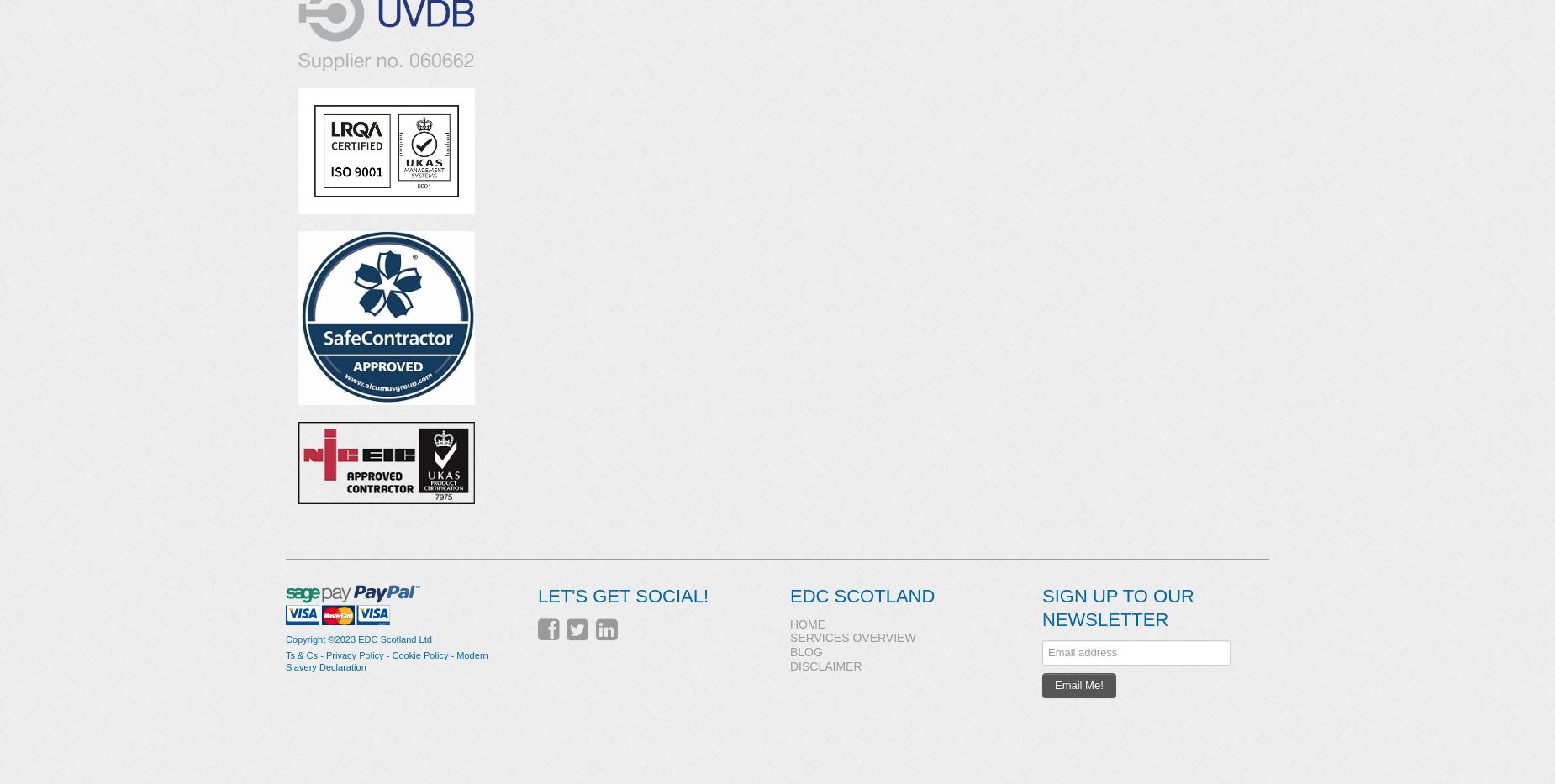 The width and height of the screenshot is (1555, 784). I want to click on 'EDC Scotland', so click(788, 596).